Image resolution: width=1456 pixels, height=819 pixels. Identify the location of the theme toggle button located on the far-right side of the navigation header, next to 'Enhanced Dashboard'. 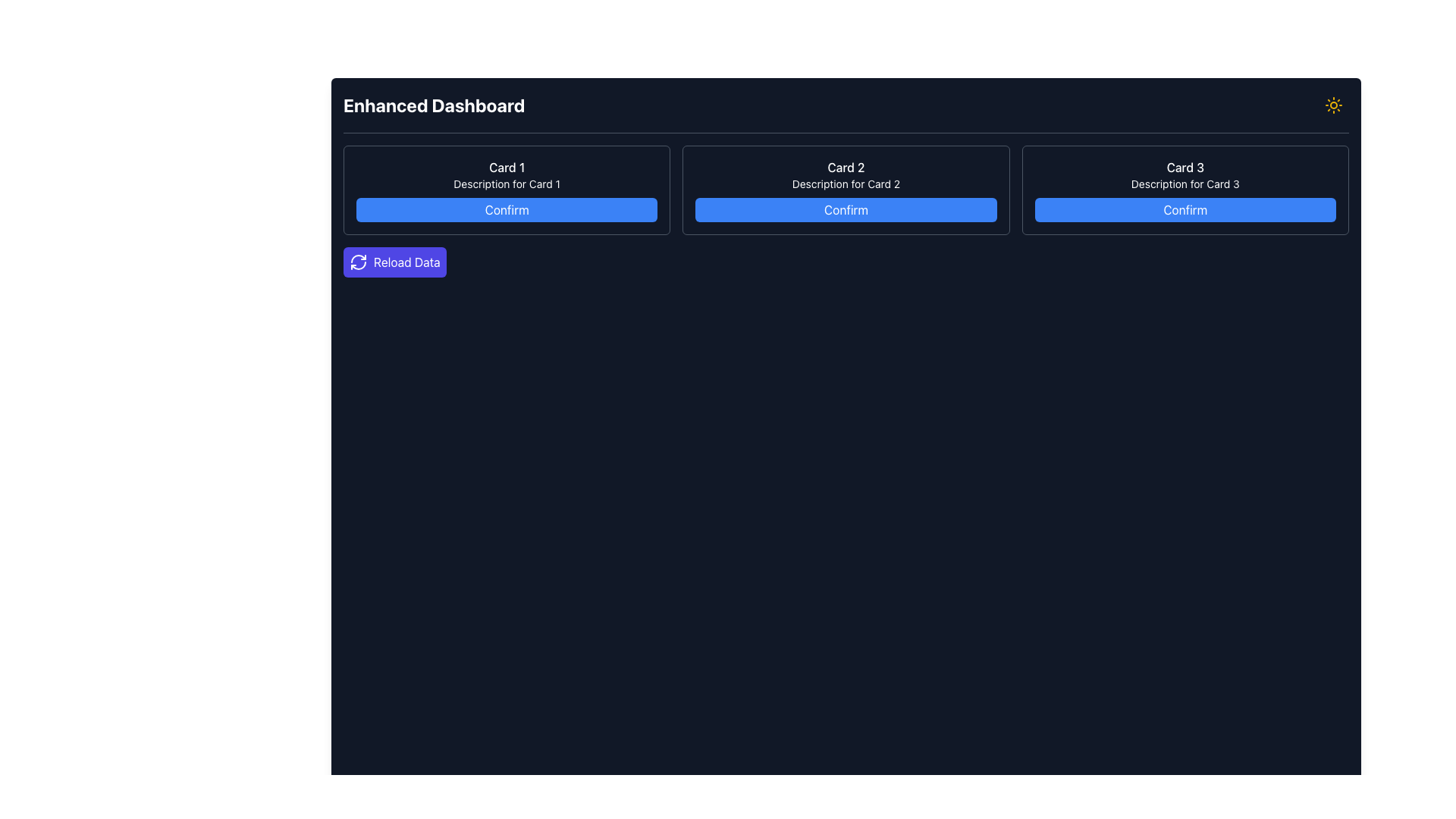
(1332, 104).